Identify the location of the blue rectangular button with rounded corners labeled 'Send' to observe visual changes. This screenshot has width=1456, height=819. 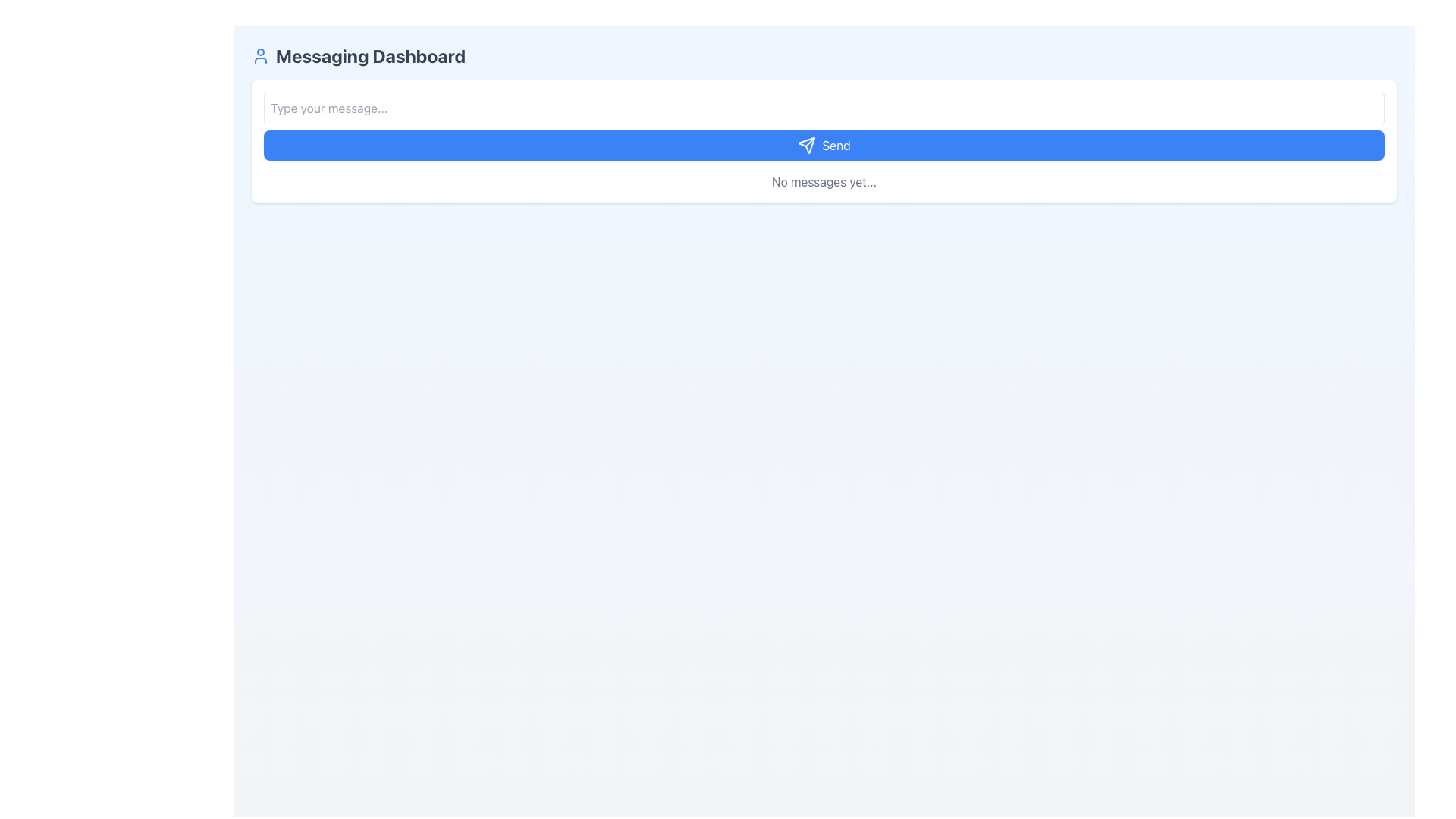
(823, 146).